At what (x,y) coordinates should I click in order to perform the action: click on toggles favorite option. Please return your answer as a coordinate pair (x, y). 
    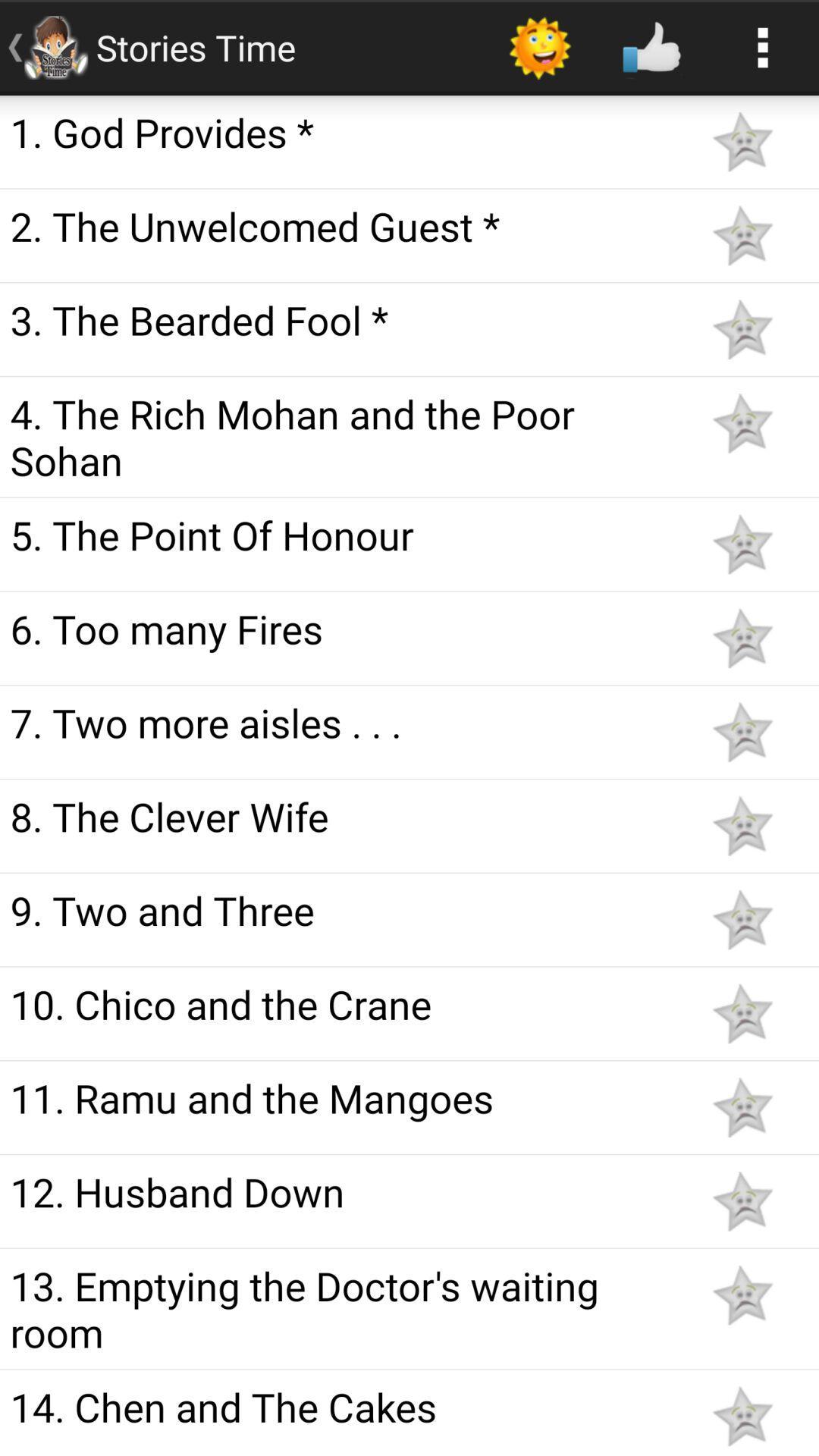
    Looking at the image, I should click on (742, 142).